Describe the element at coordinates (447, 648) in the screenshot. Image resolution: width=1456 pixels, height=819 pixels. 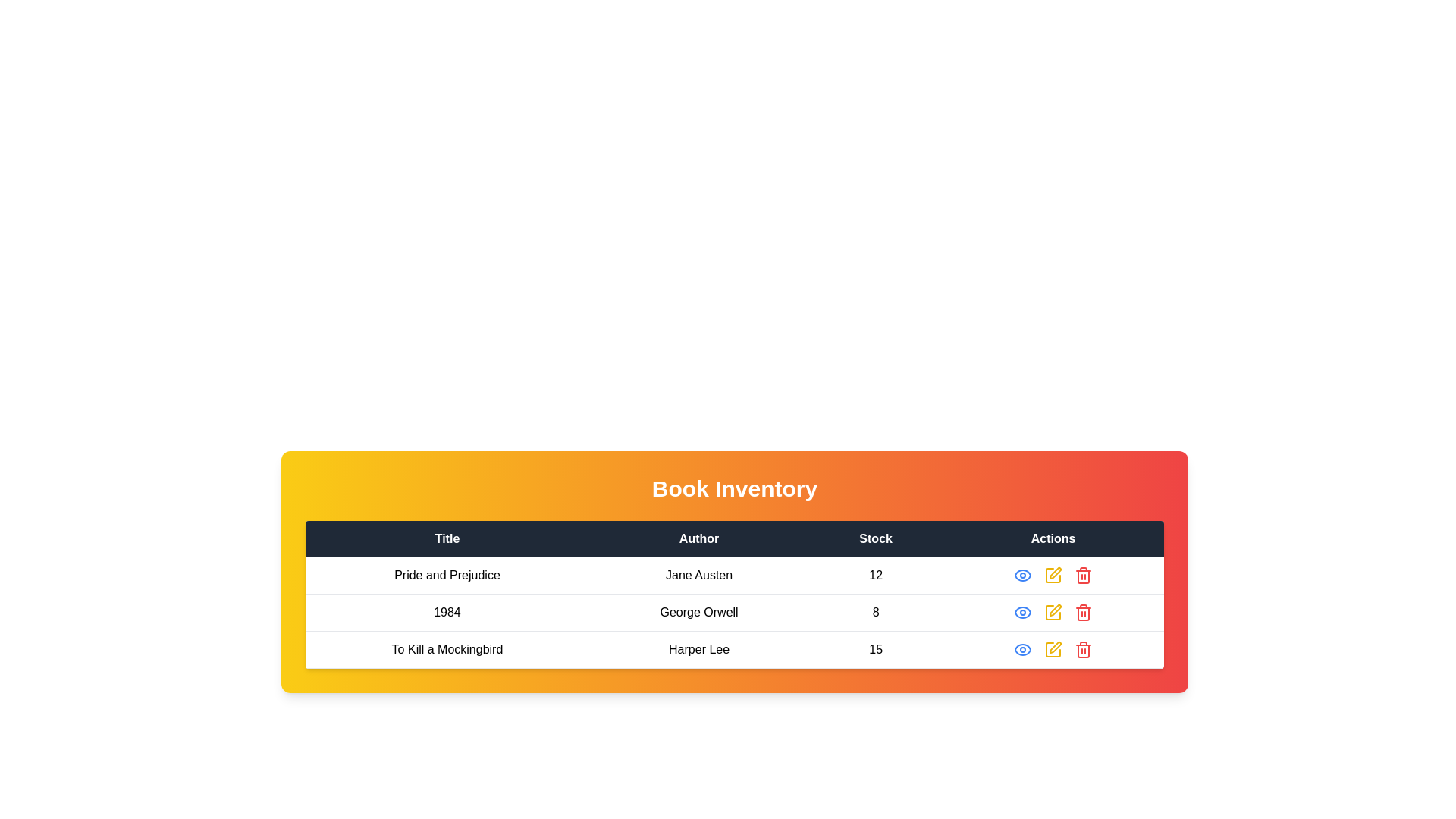
I see `the static text displaying the title of a book located in the first column of the third row of the table` at that location.